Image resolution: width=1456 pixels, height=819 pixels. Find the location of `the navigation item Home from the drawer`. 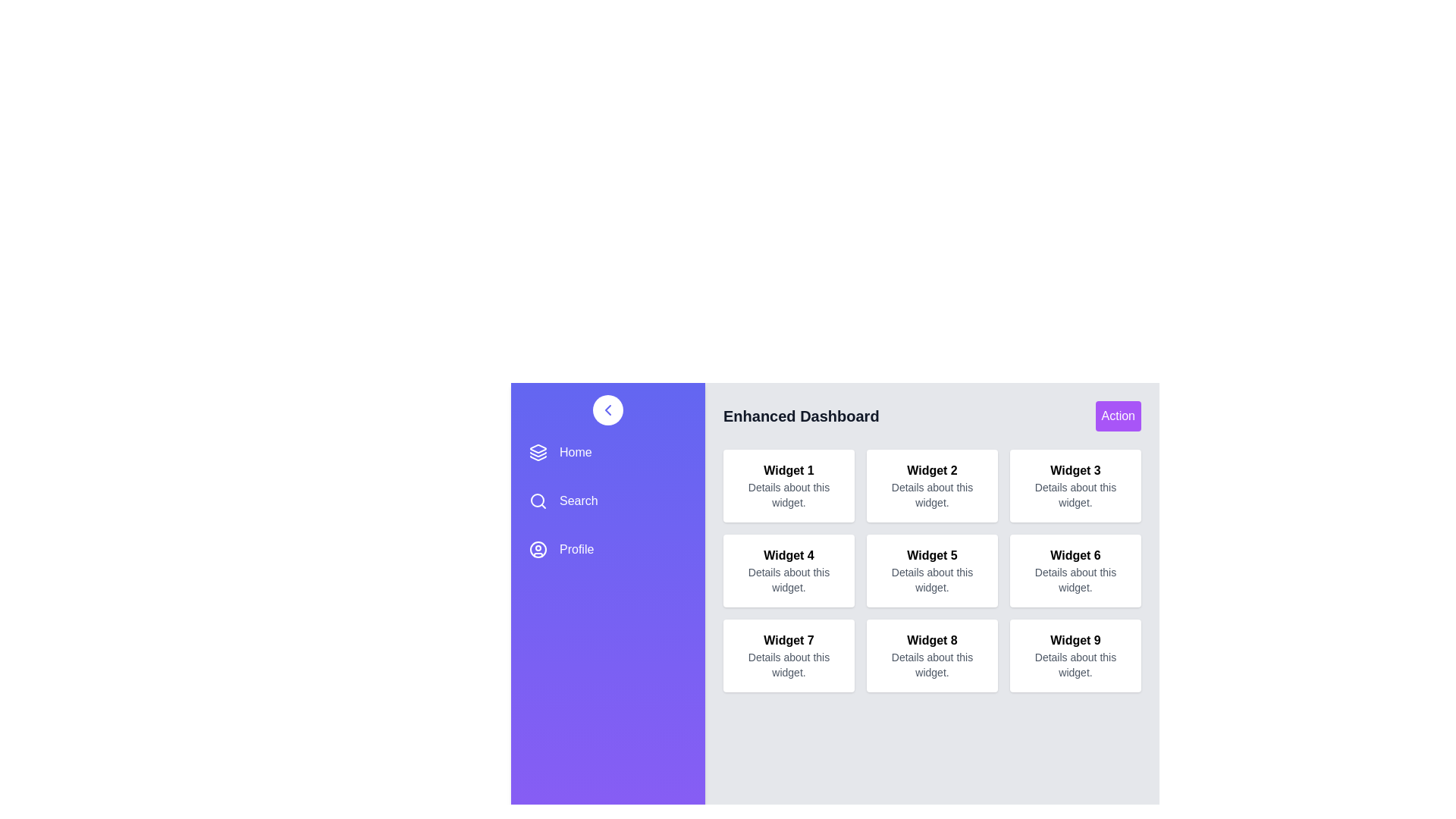

the navigation item Home from the drawer is located at coordinates (607, 452).